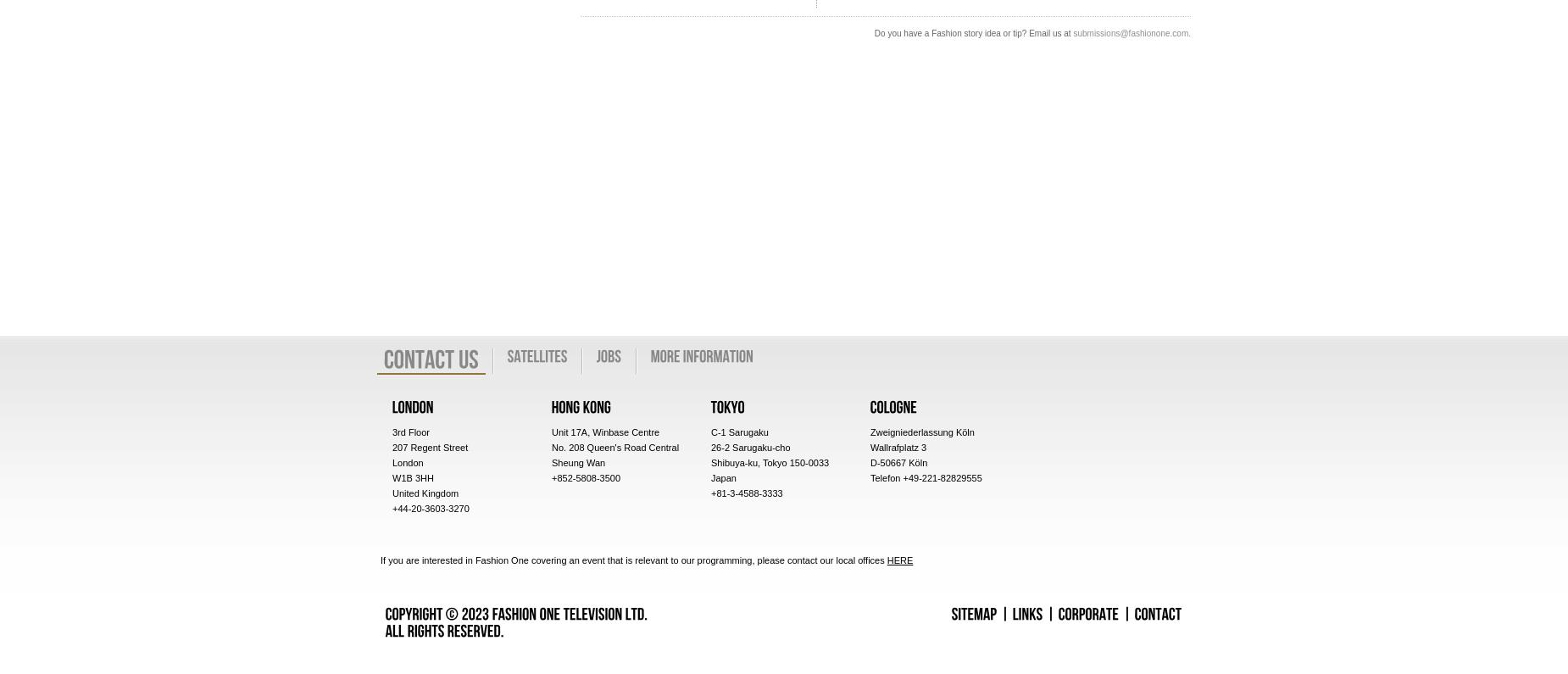 The height and width of the screenshot is (674, 1568). I want to click on 'Wallrafplatz 3', so click(898, 446).